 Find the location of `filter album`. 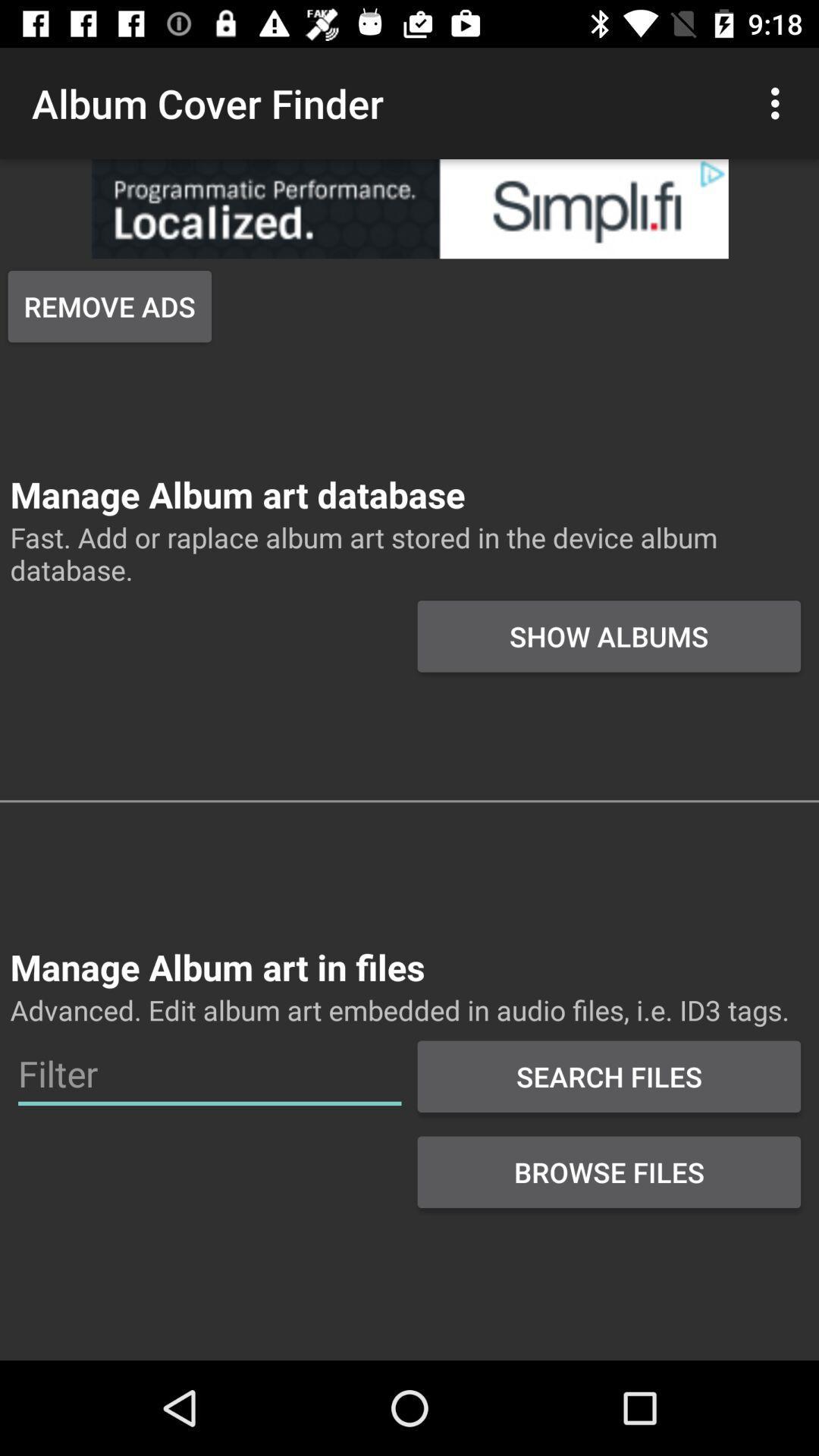

filter album is located at coordinates (209, 1073).